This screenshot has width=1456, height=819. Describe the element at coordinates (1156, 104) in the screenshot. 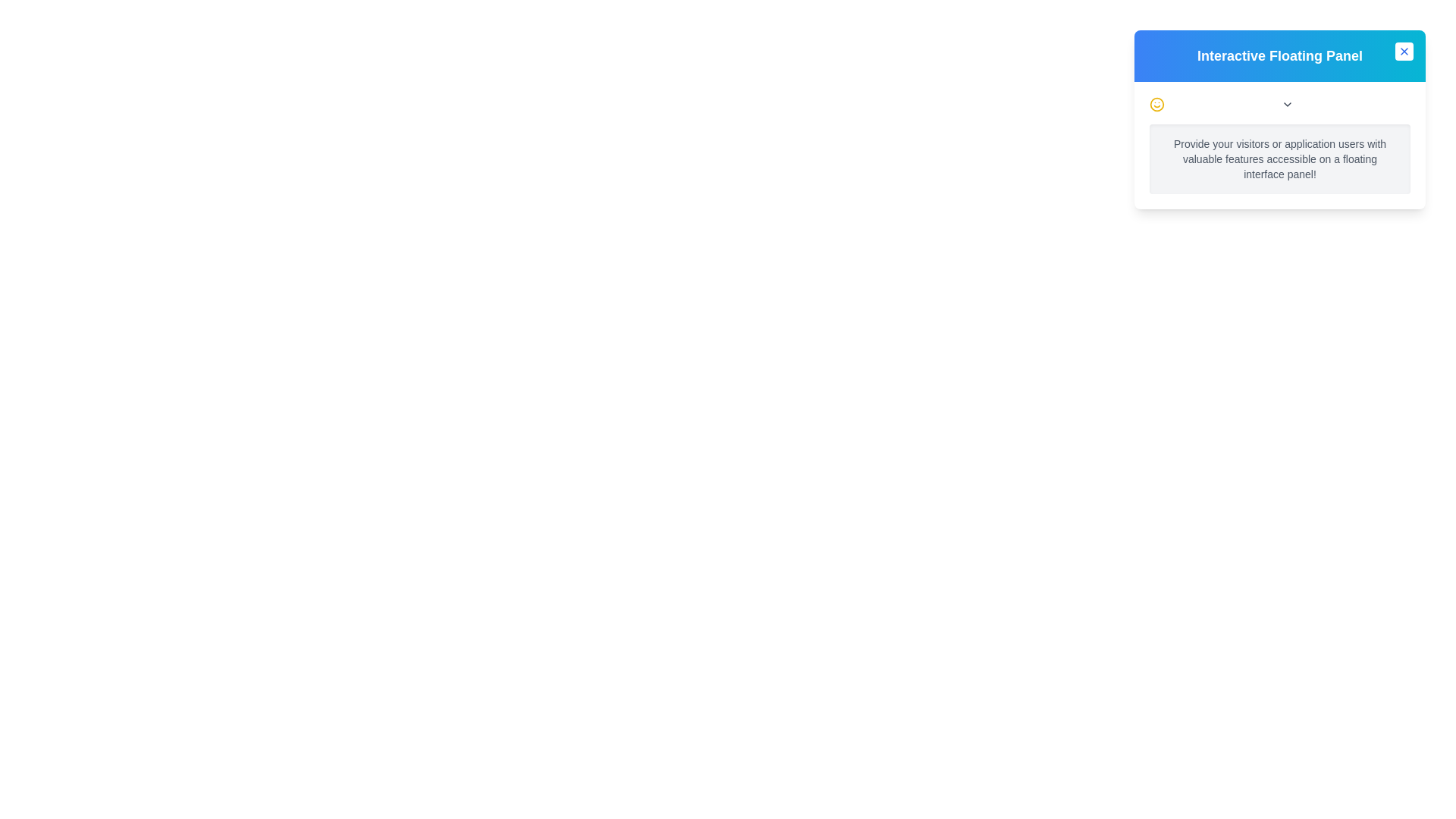

I see `the circular SVG element that is part of the smiley face design in the 'Interactive Floating Panel'` at that location.